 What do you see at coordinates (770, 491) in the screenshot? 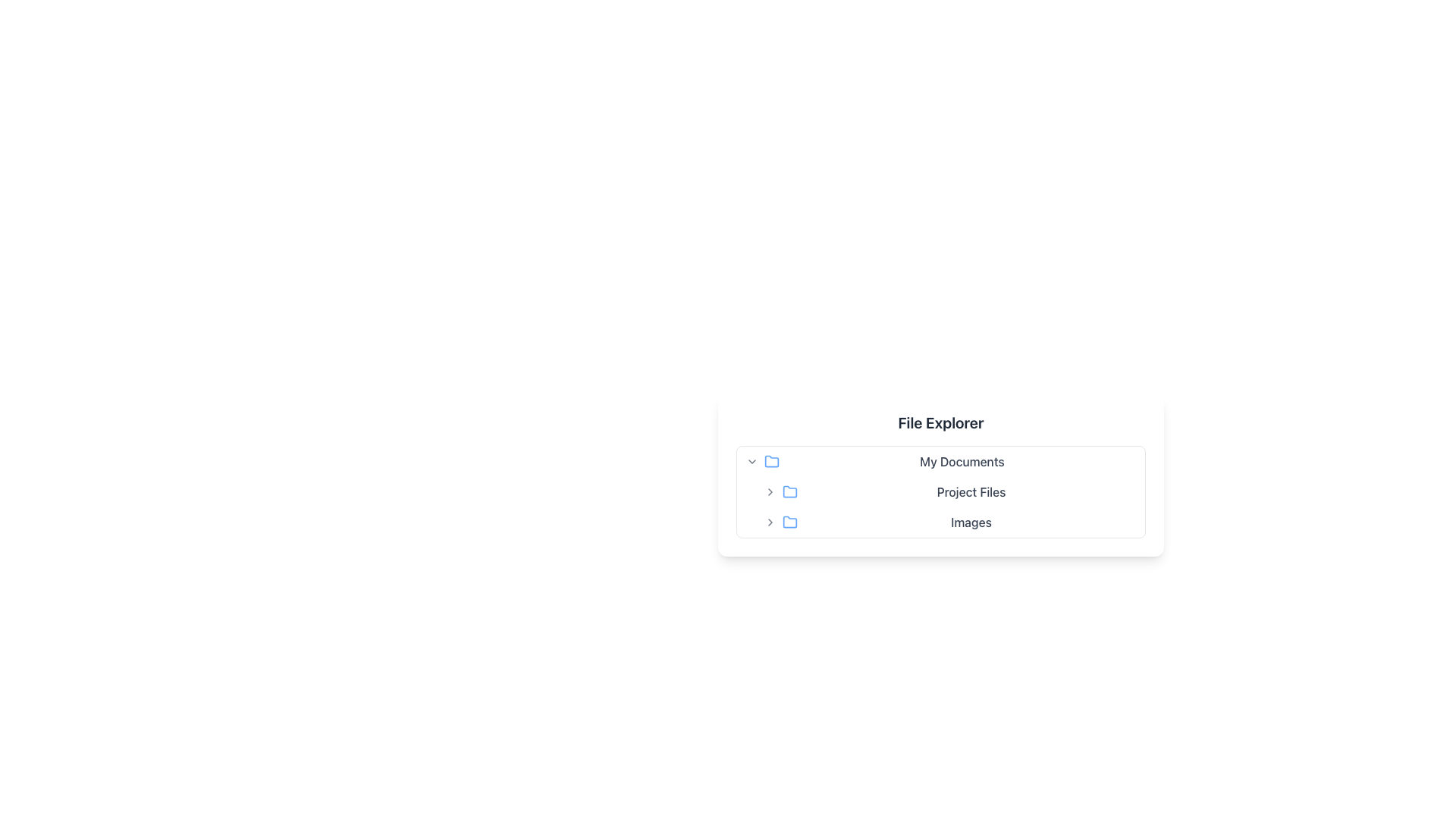
I see `the chevron icon that expands or collapses the 'Project Files' directory, located on the left side of the directory label` at bounding box center [770, 491].